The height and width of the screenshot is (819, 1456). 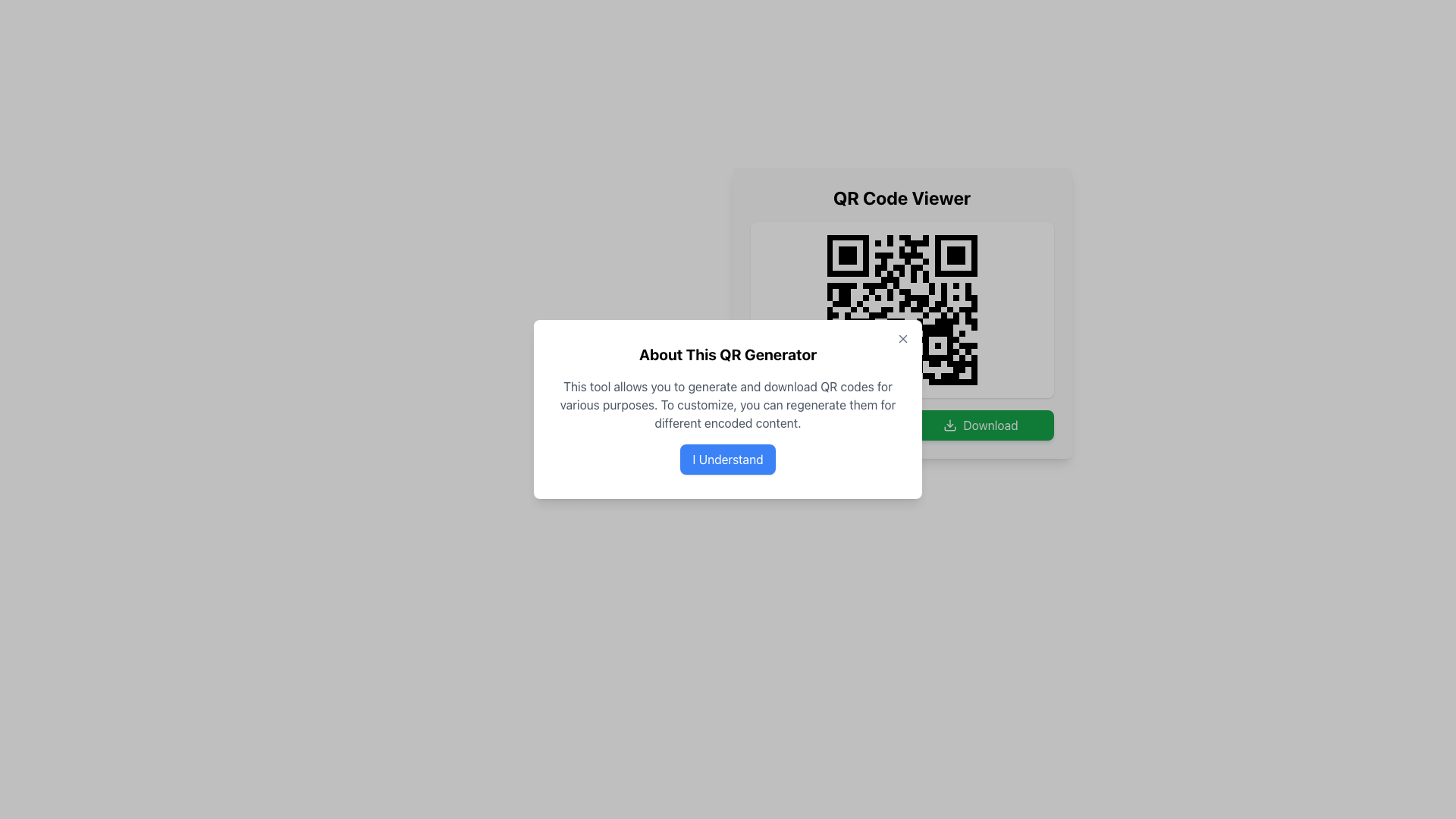 I want to click on the second button in the horizontal layout that initiates the download of the QR code image to download the file, so click(x=981, y=425).